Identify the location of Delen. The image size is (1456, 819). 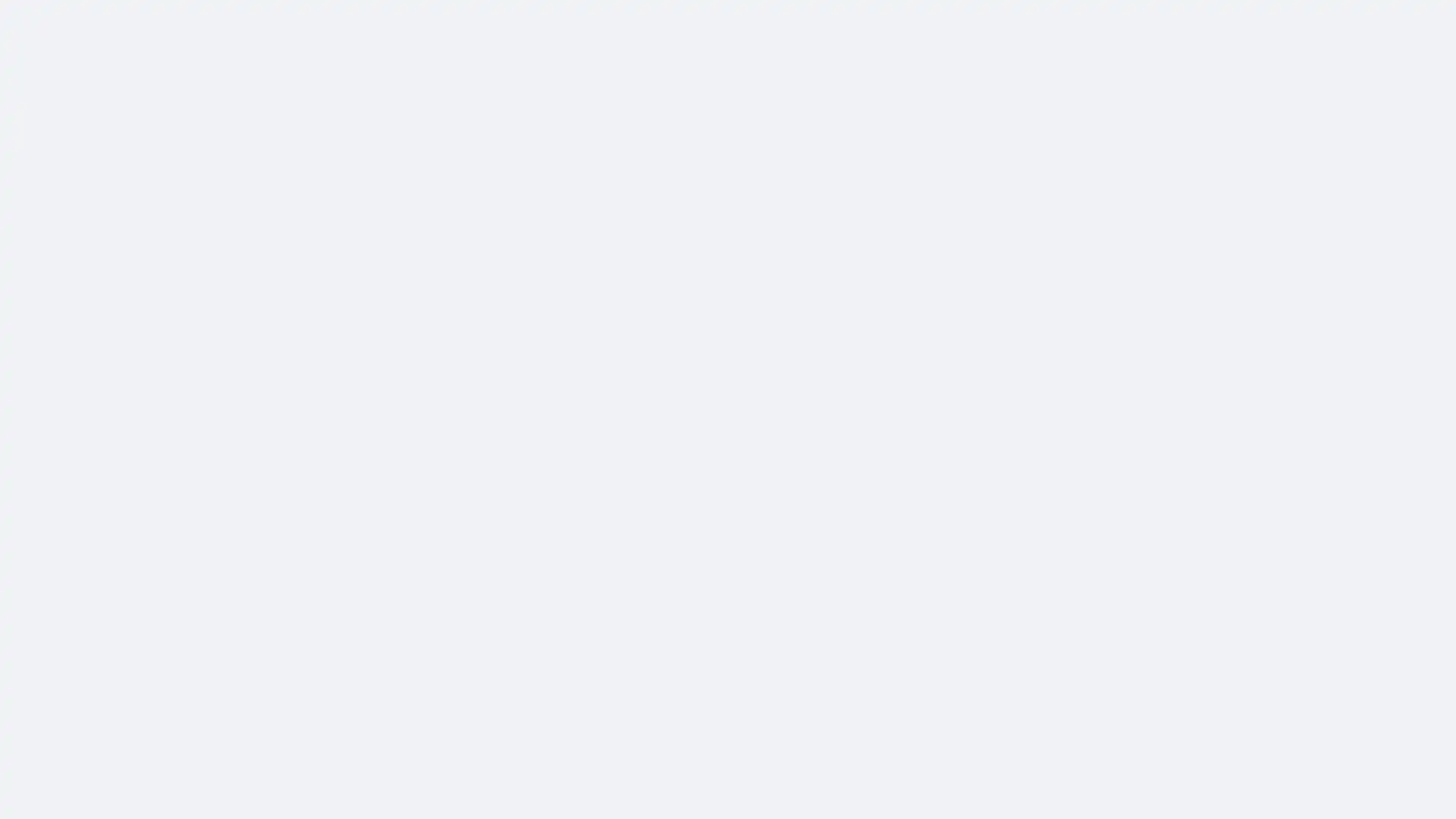
(989, 708).